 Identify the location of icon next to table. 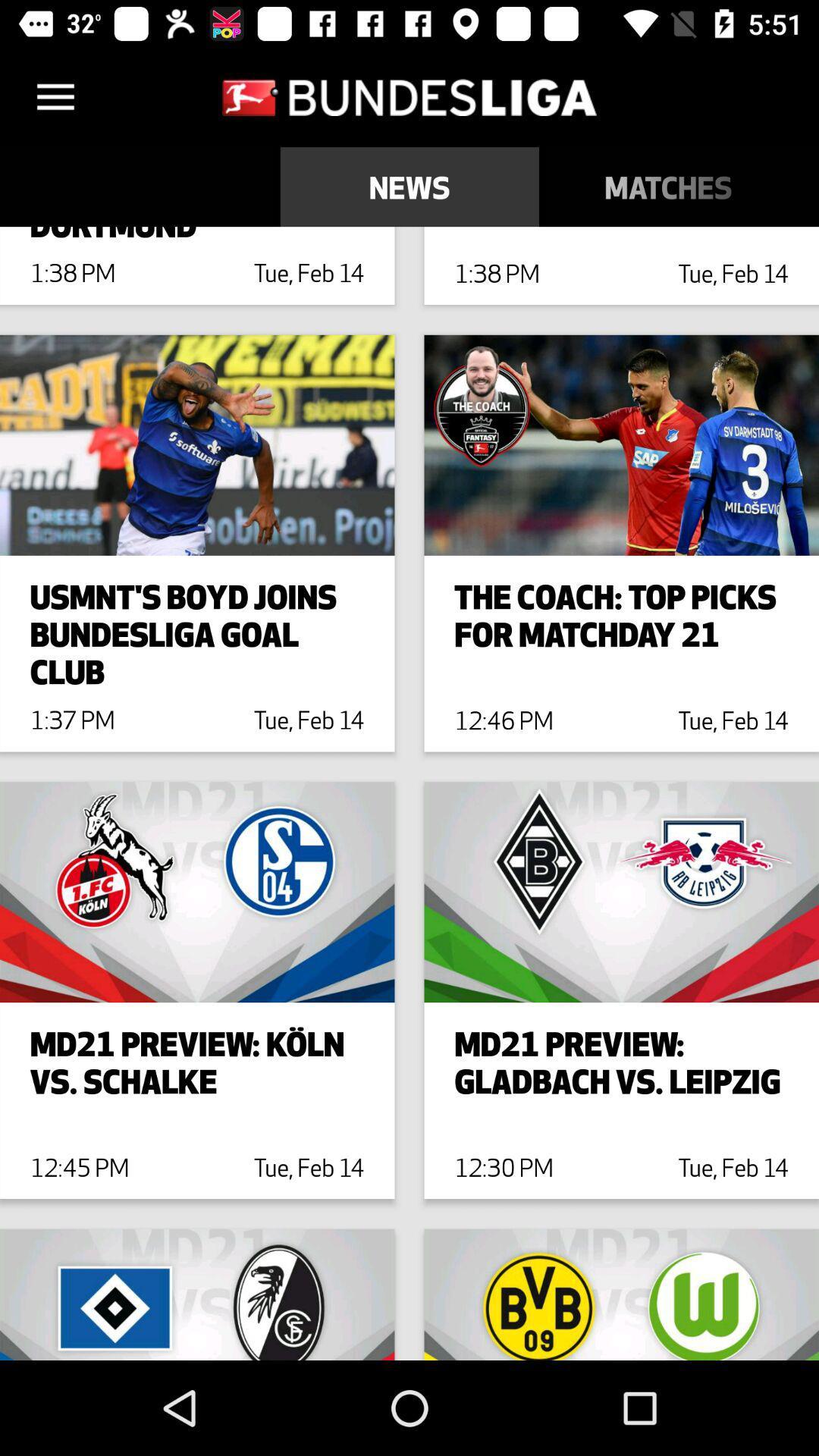
(667, 186).